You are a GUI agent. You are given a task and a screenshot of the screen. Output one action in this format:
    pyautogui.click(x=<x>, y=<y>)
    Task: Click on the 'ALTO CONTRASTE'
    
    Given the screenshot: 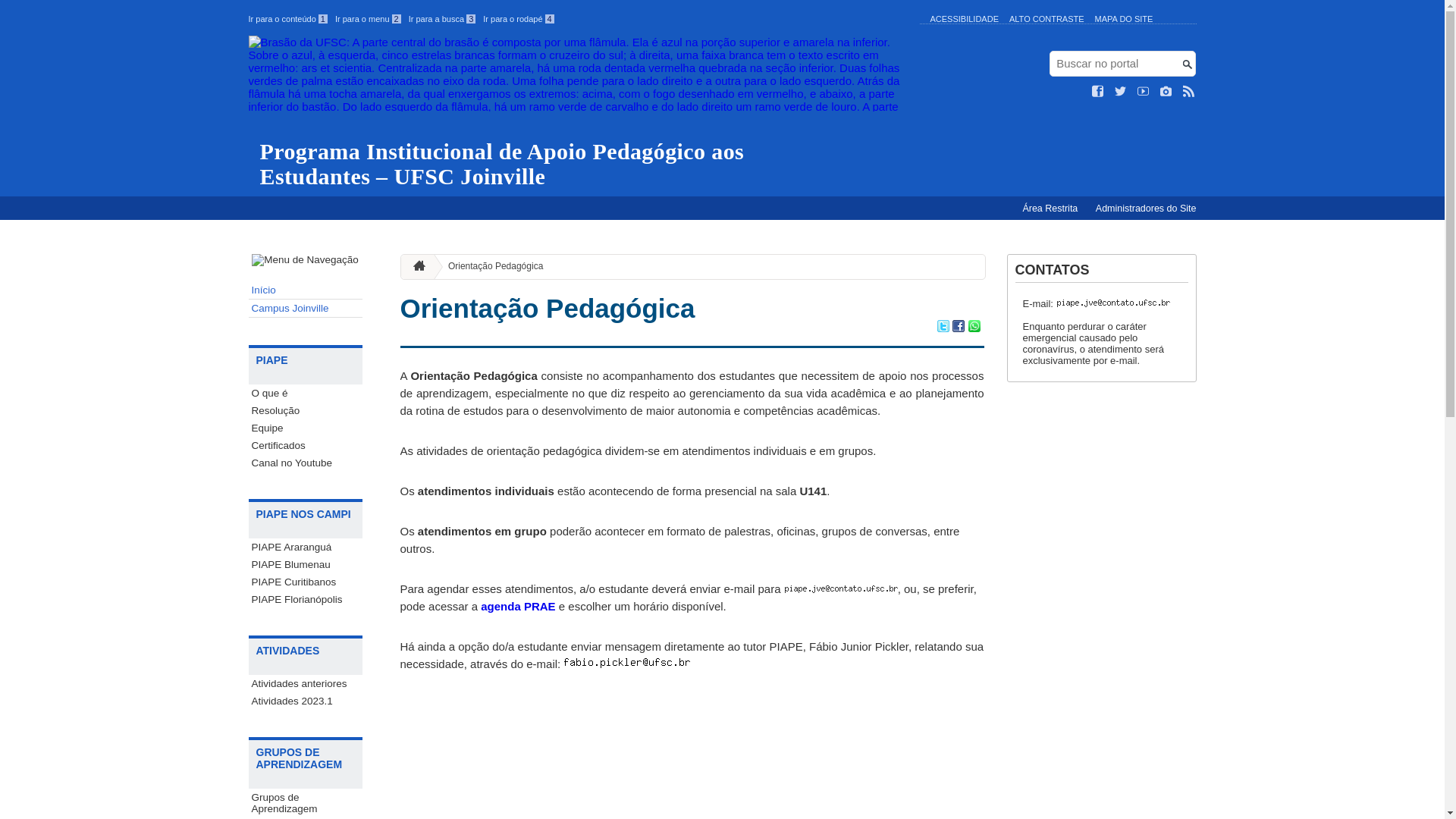 What is the action you would take?
    pyautogui.click(x=1009, y=18)
    